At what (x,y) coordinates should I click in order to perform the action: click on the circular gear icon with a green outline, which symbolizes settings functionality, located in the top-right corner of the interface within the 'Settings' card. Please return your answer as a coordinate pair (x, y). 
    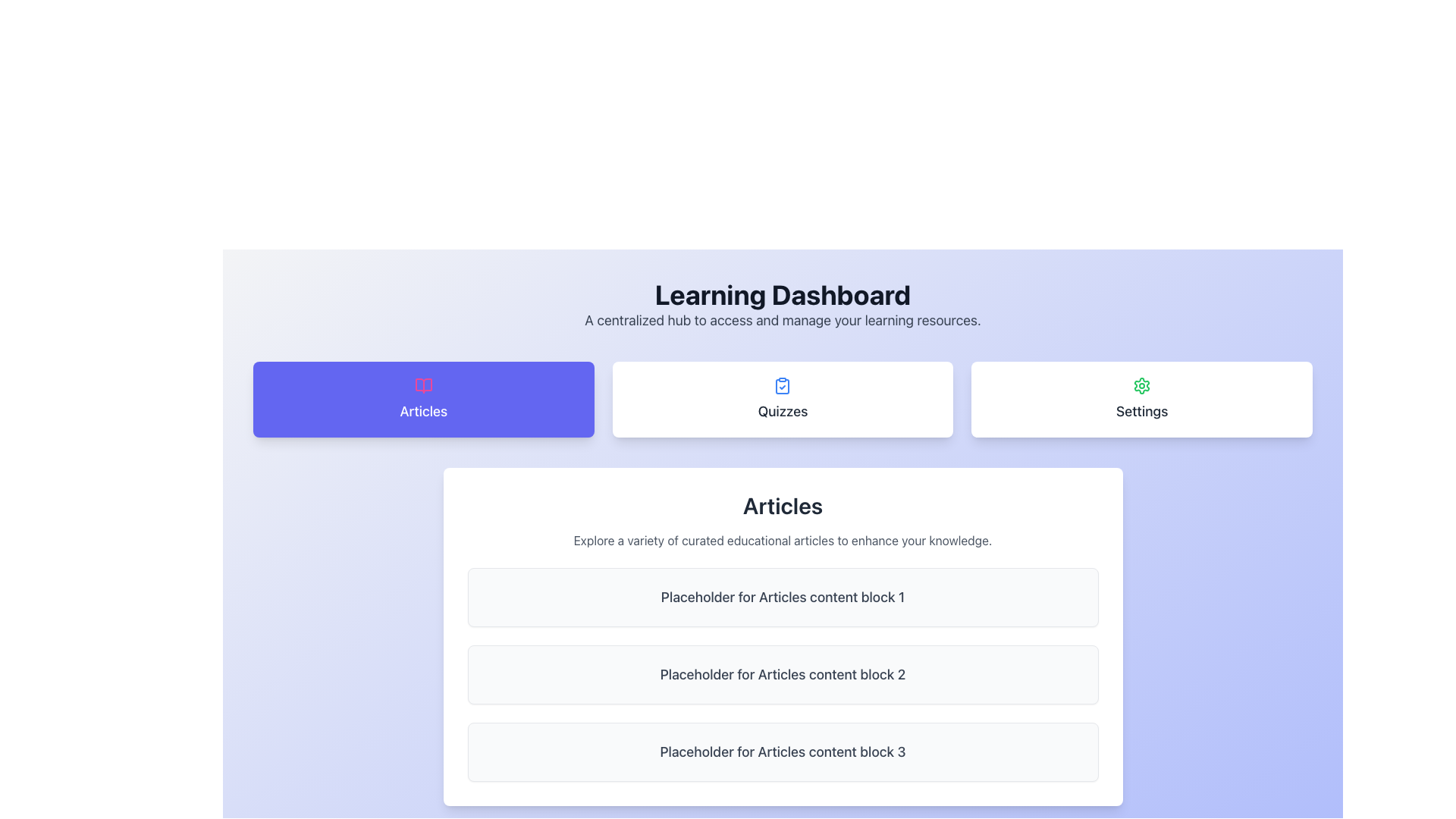
    Looking at the image, I should click on (1142, 385).